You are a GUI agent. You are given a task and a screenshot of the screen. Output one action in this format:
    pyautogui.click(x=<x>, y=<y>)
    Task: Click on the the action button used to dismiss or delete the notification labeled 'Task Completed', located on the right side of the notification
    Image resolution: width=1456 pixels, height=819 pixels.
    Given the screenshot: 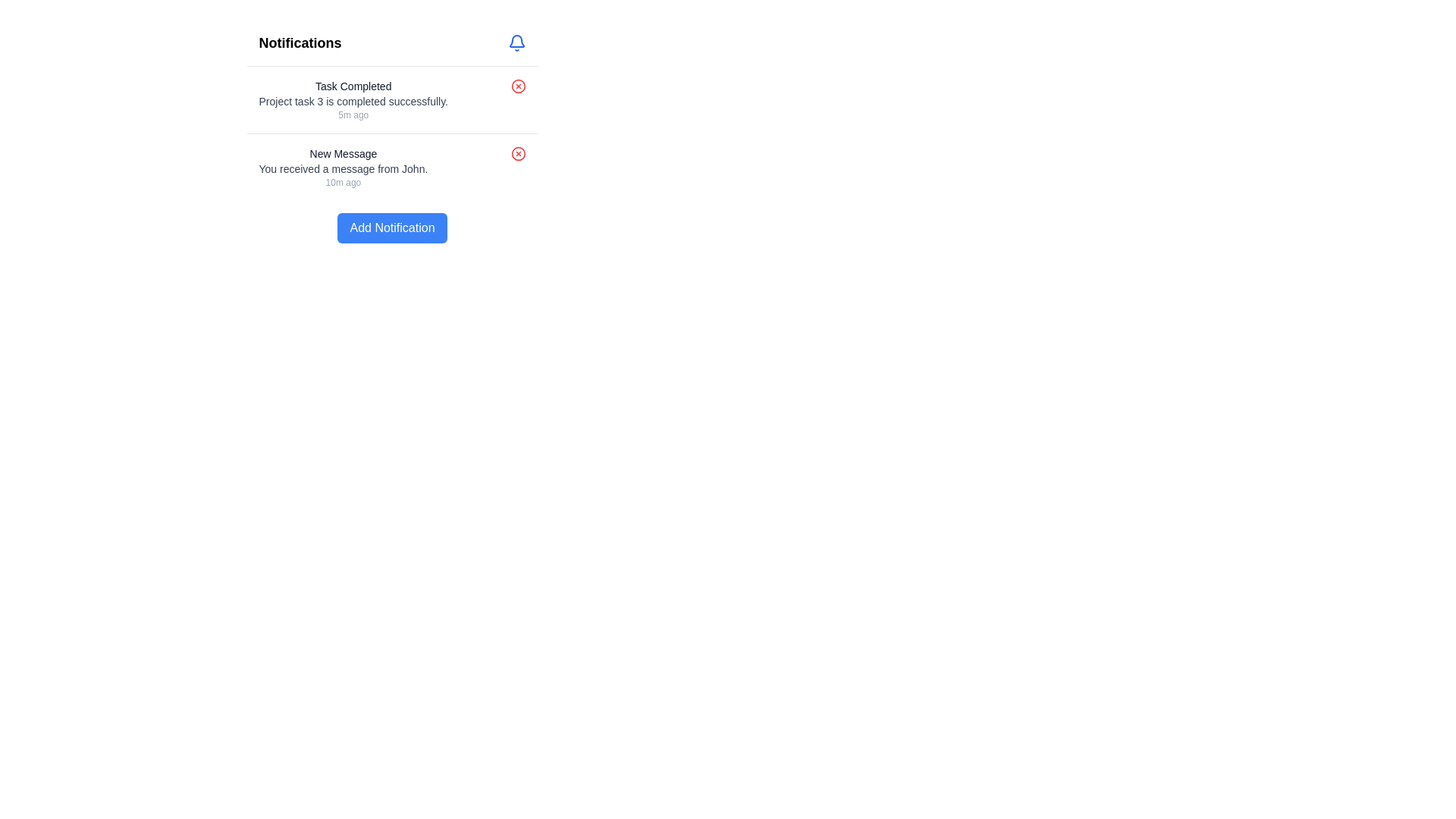 What is the action you would take?
    pyautogui.click(x=518, y=86)
    